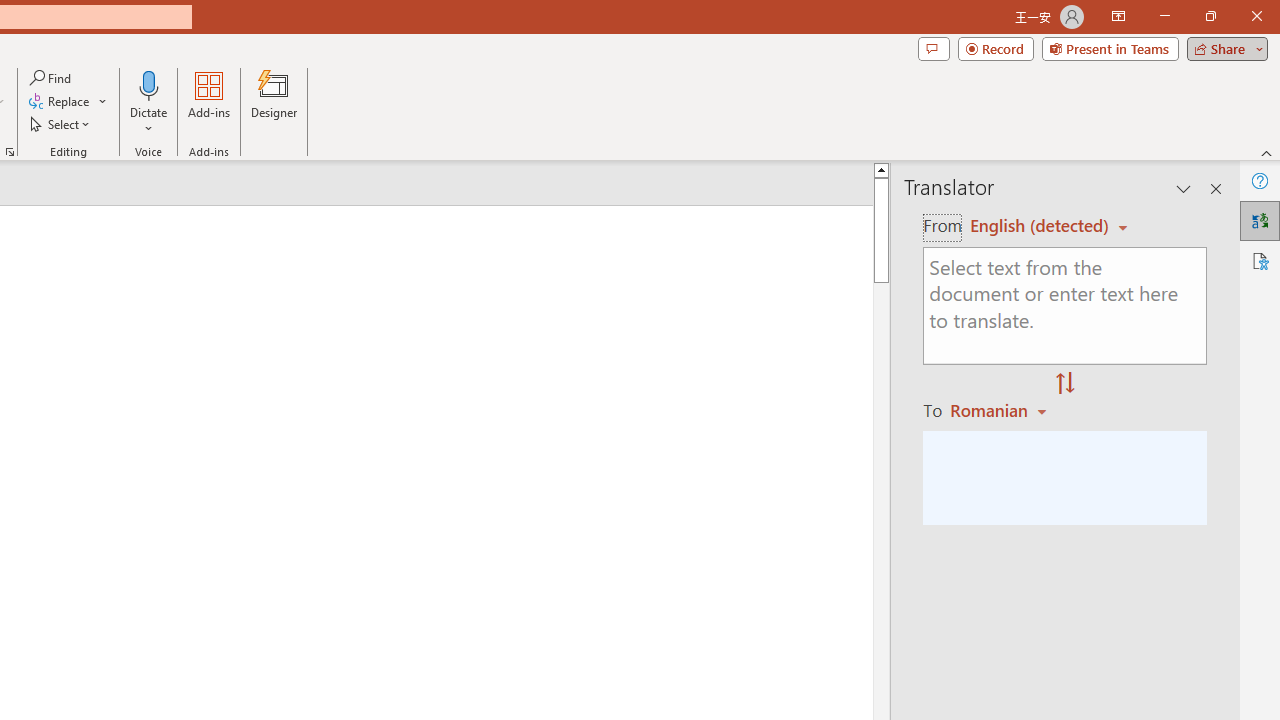 Image resolution: width=1280 pixels, height=720 pixels. What do you see at coordinates (1040, 225) in the screenshot?
I see `'Czech (detected)'` at bounding box center [1040, 225].